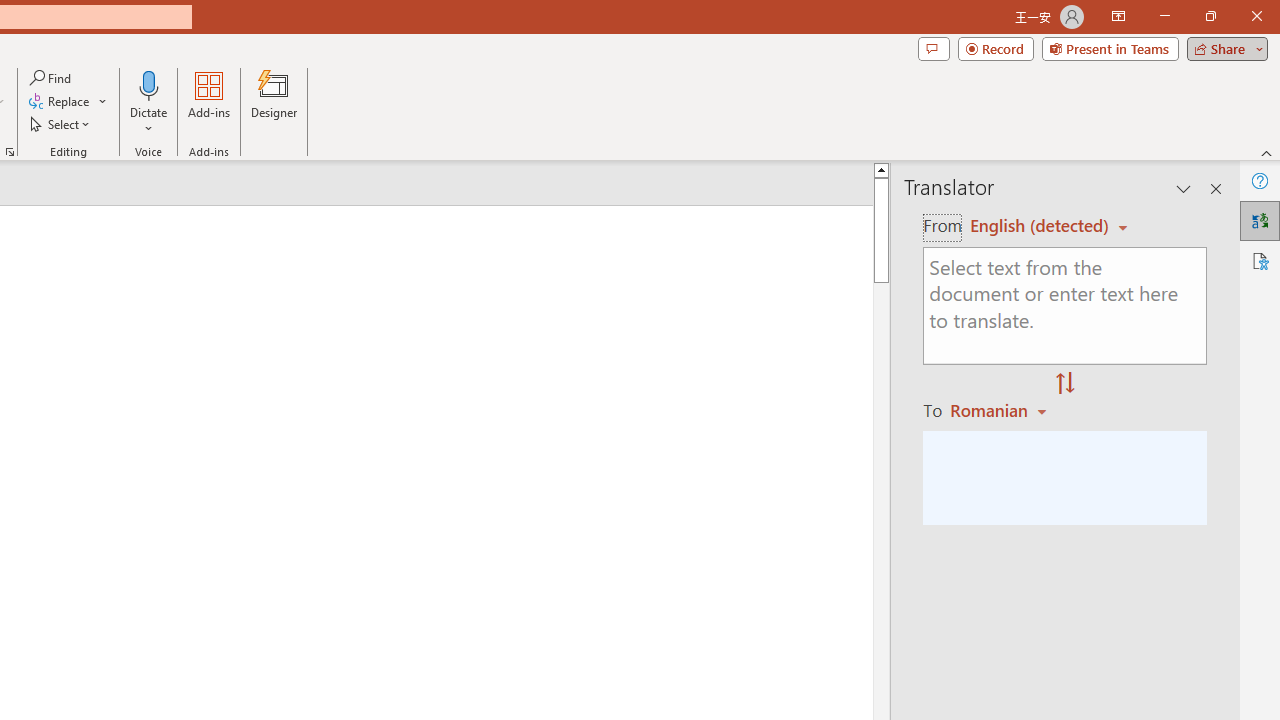 Image resolution: width=1280 pixels, height=720 pixels. What do you see at coordinates (1040, 225) in the screenshot?
I see `'Czech (detected)'` at bounding box center [1040, 225].